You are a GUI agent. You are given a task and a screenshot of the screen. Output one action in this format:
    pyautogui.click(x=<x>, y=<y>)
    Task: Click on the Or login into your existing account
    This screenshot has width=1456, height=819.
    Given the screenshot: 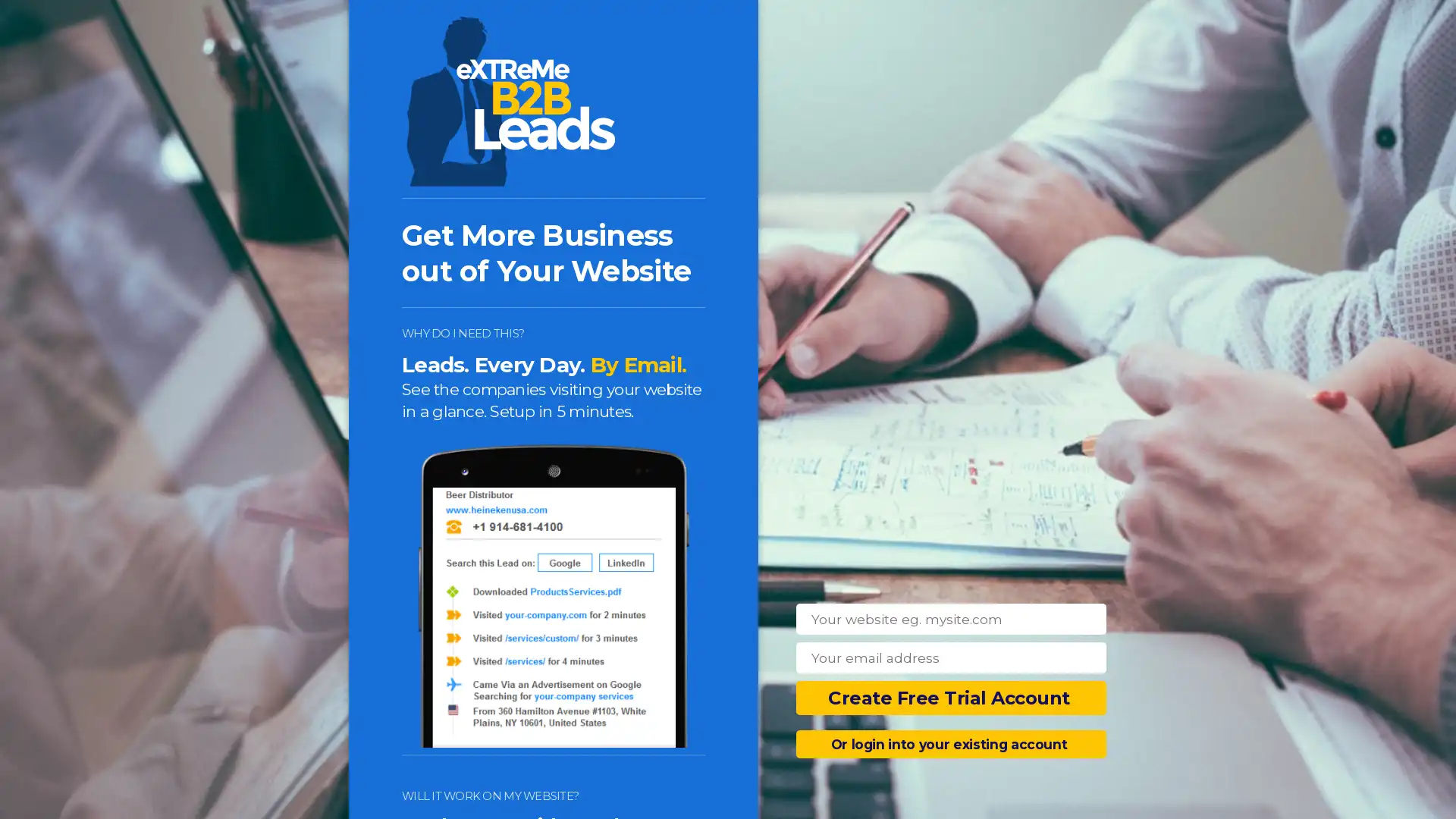 What is the action you would take?
    pyautogui.click(x=950, y=743)
    